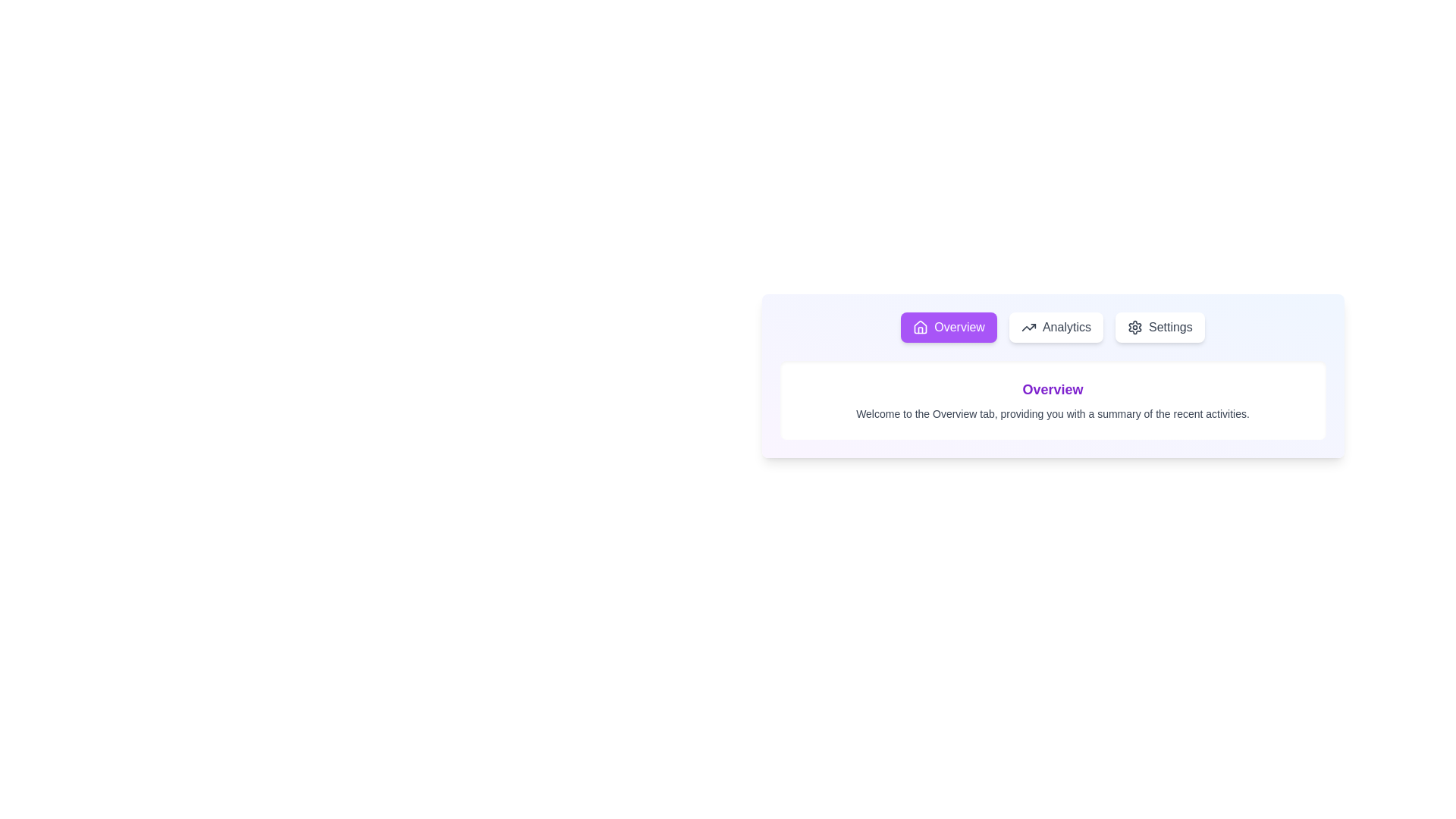 This screenshot has width=1456, height=819. I want to click on the house-shaped icon embedded in the purple 'Overview' button located at the center of the upper section of the interface, so click(920, 327).